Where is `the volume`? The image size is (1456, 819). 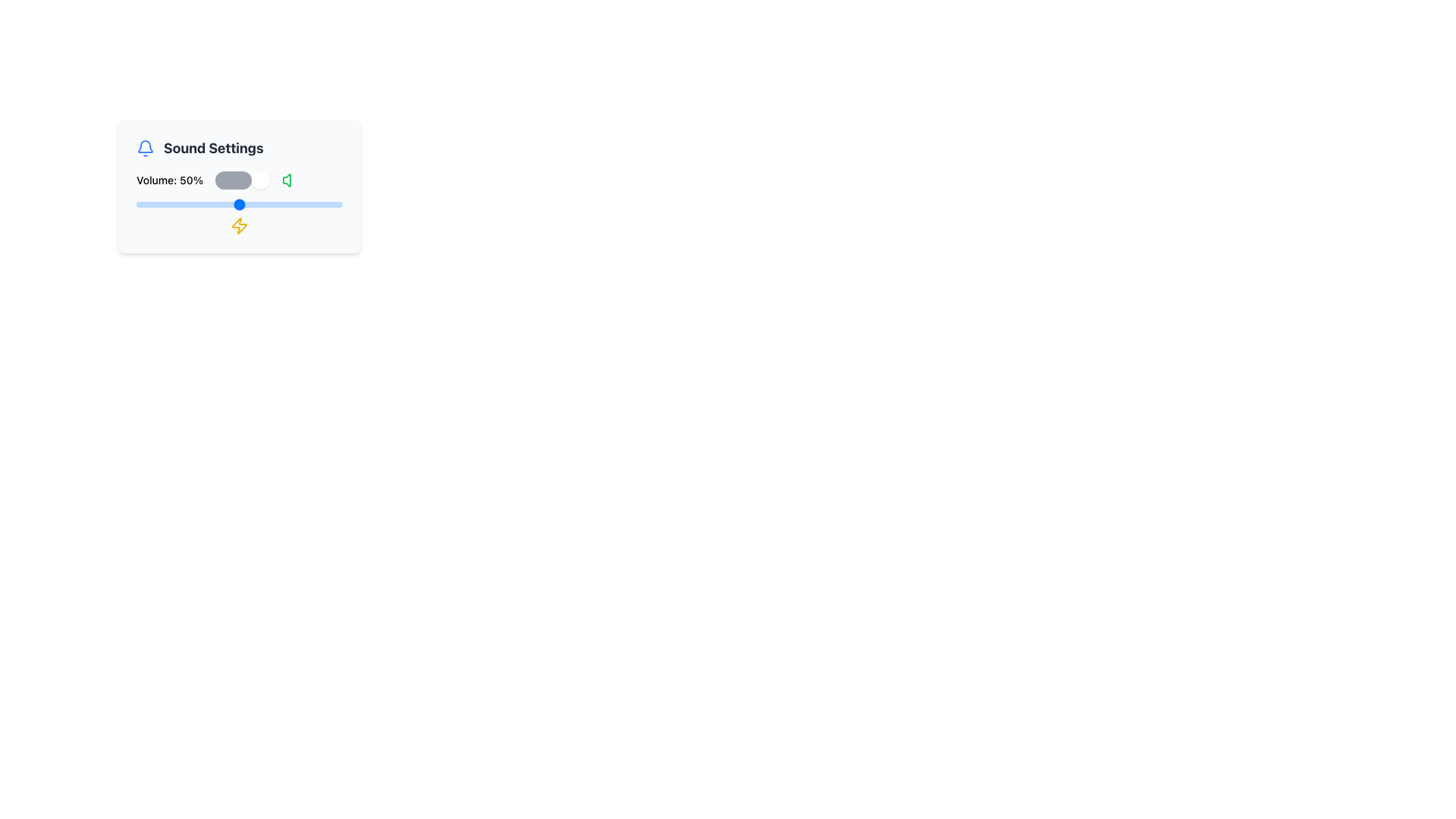 the volume is located at coordinates (202, 205).